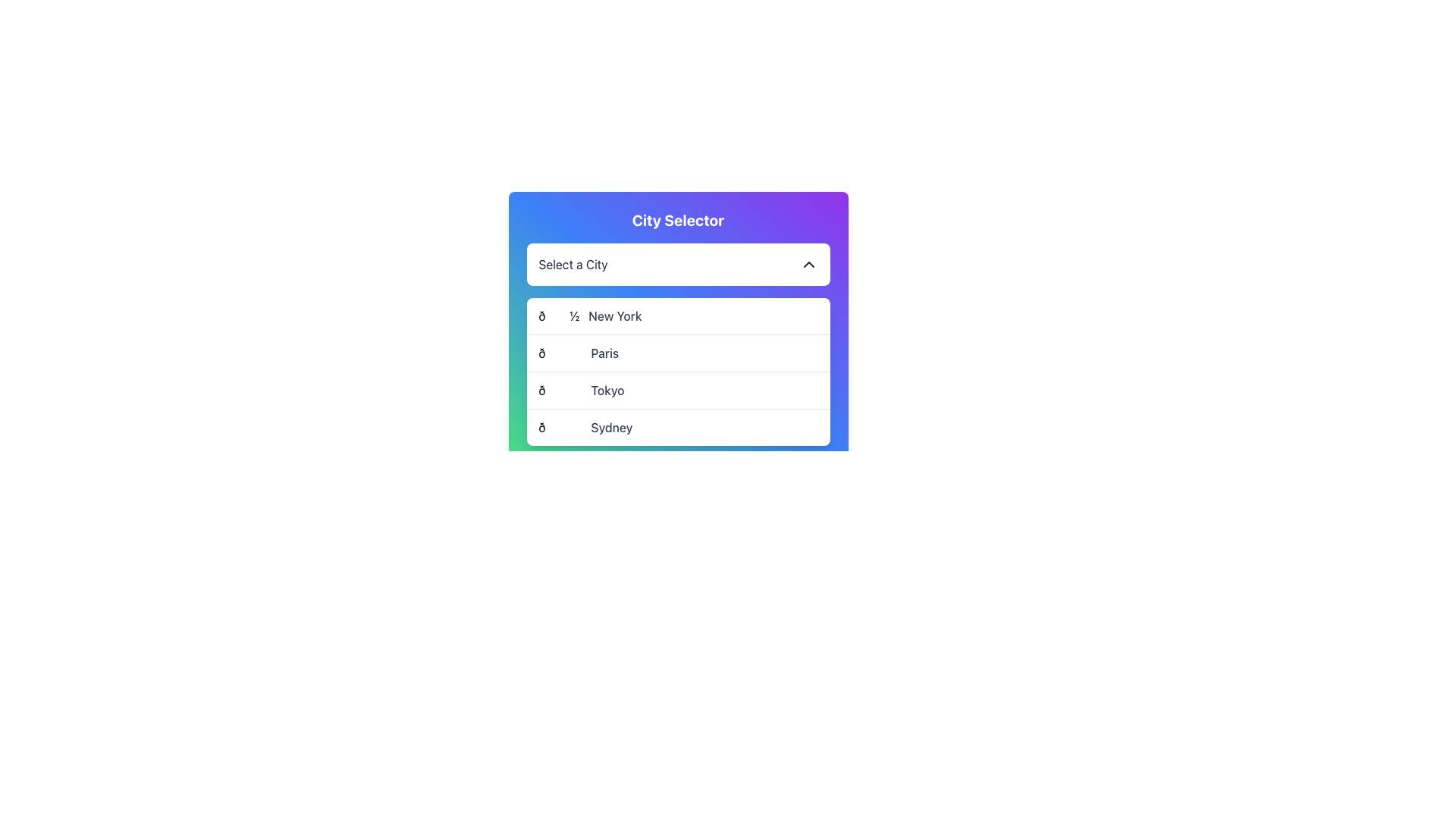 Image resolution: width=1456 pixels, height=819 pixels. I want to click on text 'Tokyo' from the text label styled with a medium-weight font and gray color tone, located in the third row of the list of cities, aligned to the right of an emoji, so click(607, 390).